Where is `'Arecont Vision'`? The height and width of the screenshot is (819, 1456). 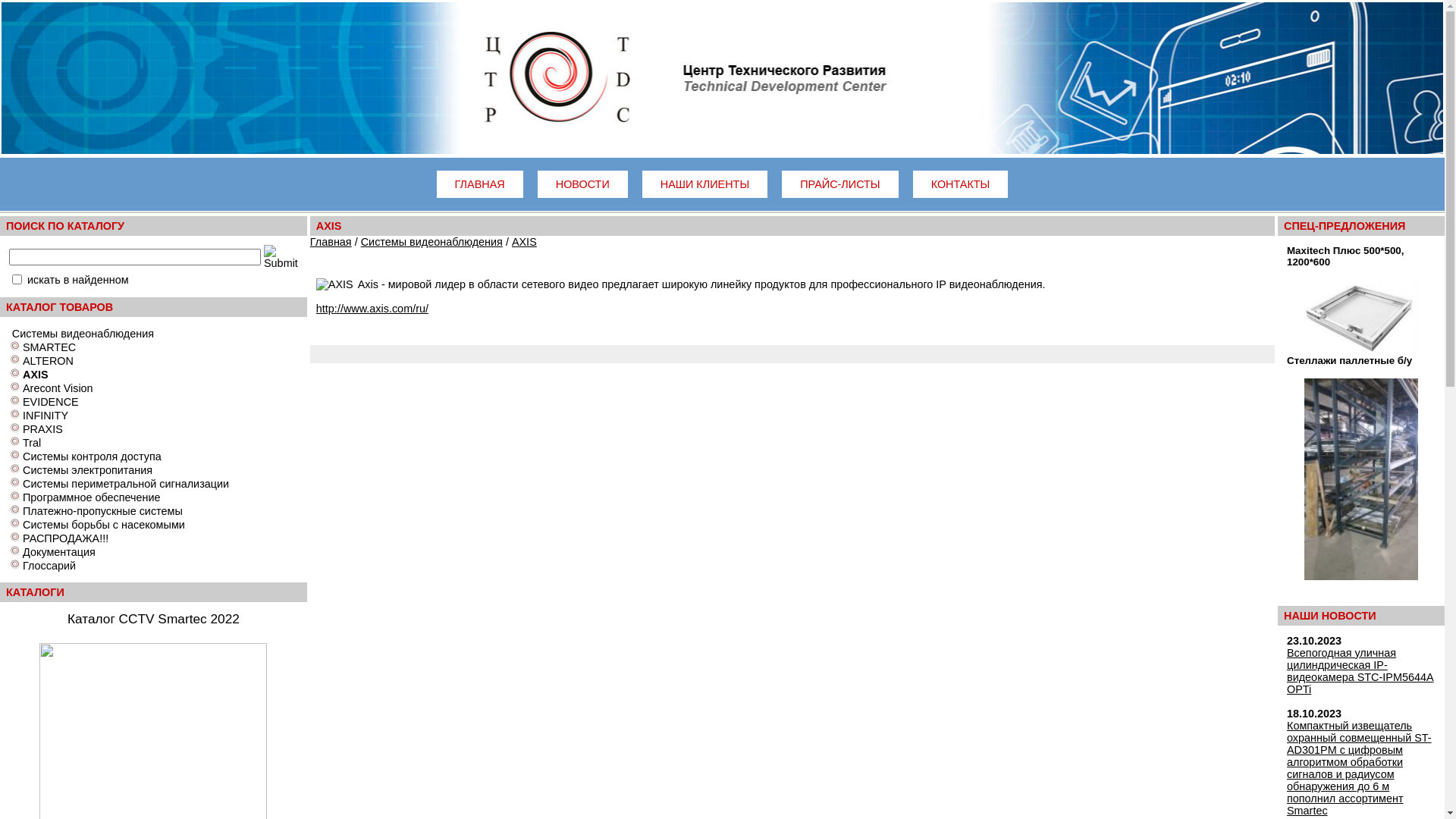
'Arecont Vision' is located at coordinates (58, 388).